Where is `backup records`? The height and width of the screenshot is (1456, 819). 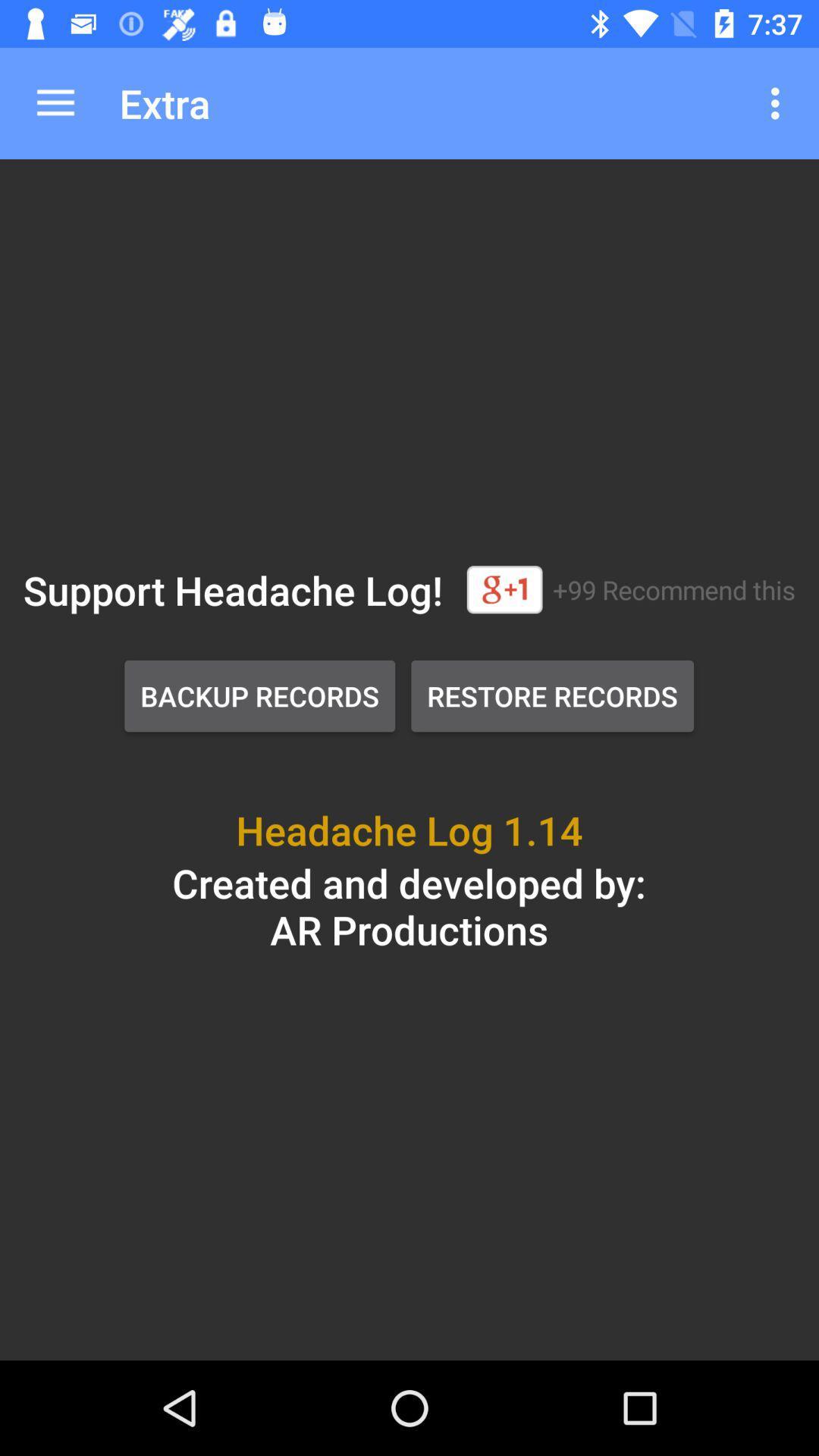
backup records is located at coordinates (259, 695).